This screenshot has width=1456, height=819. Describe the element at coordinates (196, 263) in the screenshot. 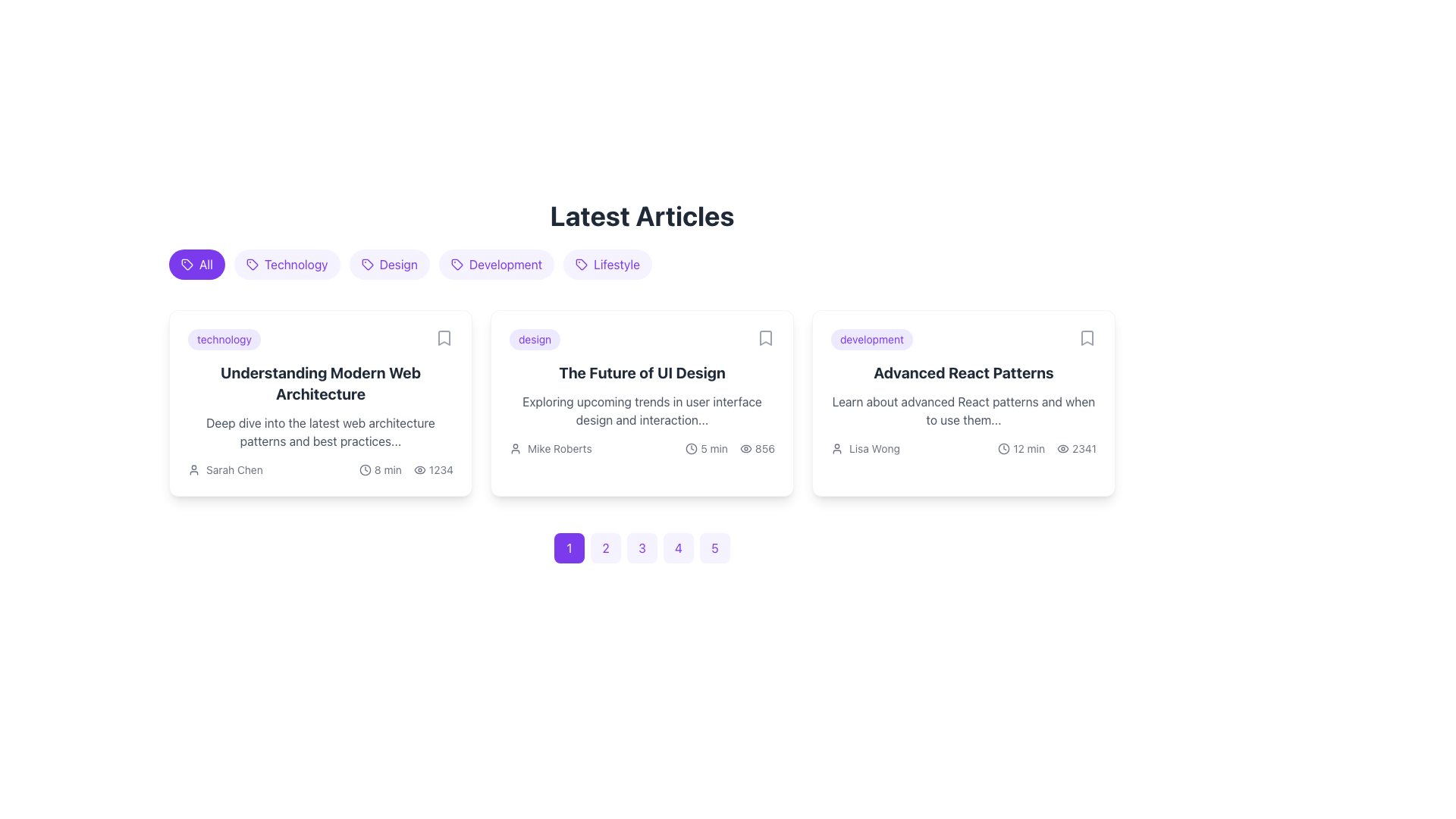

I see `the filter button that displays articles categorized as 'All', located at the leftmost position of a horizontal row above the 'Latest Articles' section` at that location.